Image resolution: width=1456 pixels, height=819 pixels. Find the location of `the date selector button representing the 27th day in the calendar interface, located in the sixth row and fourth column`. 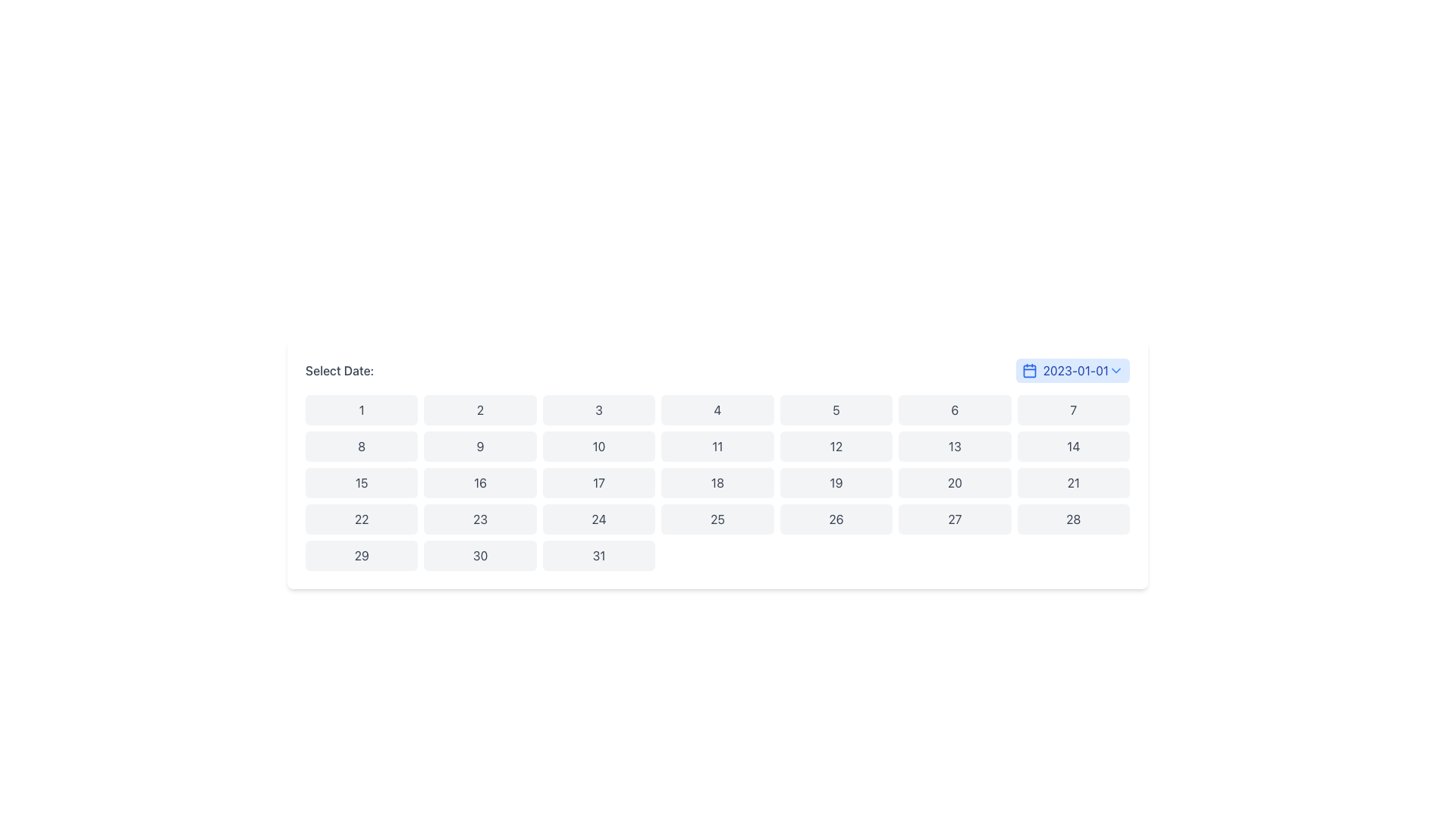

the date selector button representing the 27th day in the calendar interface, located in the sixth row and fourth column is located at coordinates (954, 519).